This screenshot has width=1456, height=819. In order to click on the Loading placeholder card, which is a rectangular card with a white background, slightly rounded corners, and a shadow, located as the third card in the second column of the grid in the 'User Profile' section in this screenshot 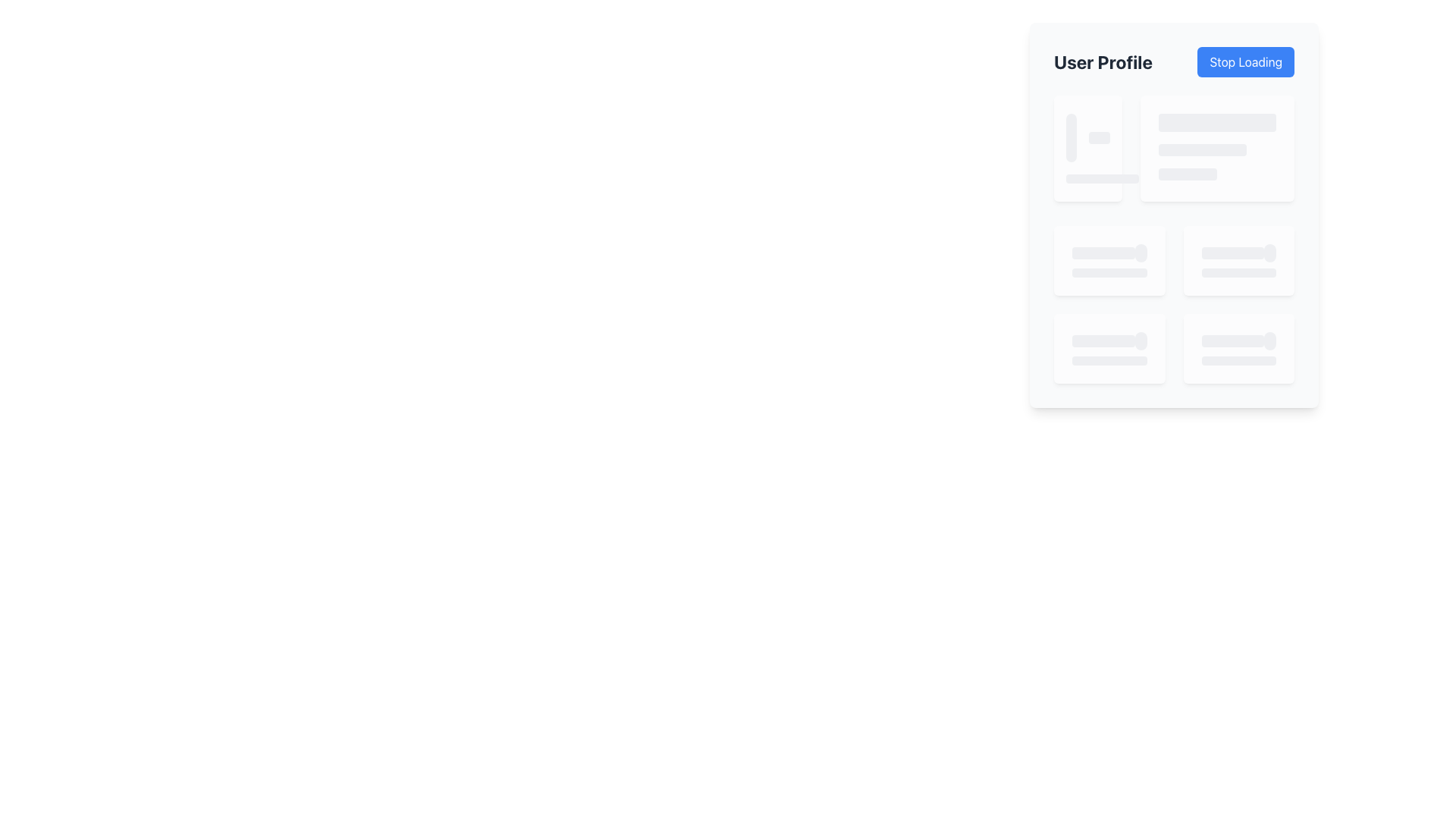, I will do `click(1238, 259)`.